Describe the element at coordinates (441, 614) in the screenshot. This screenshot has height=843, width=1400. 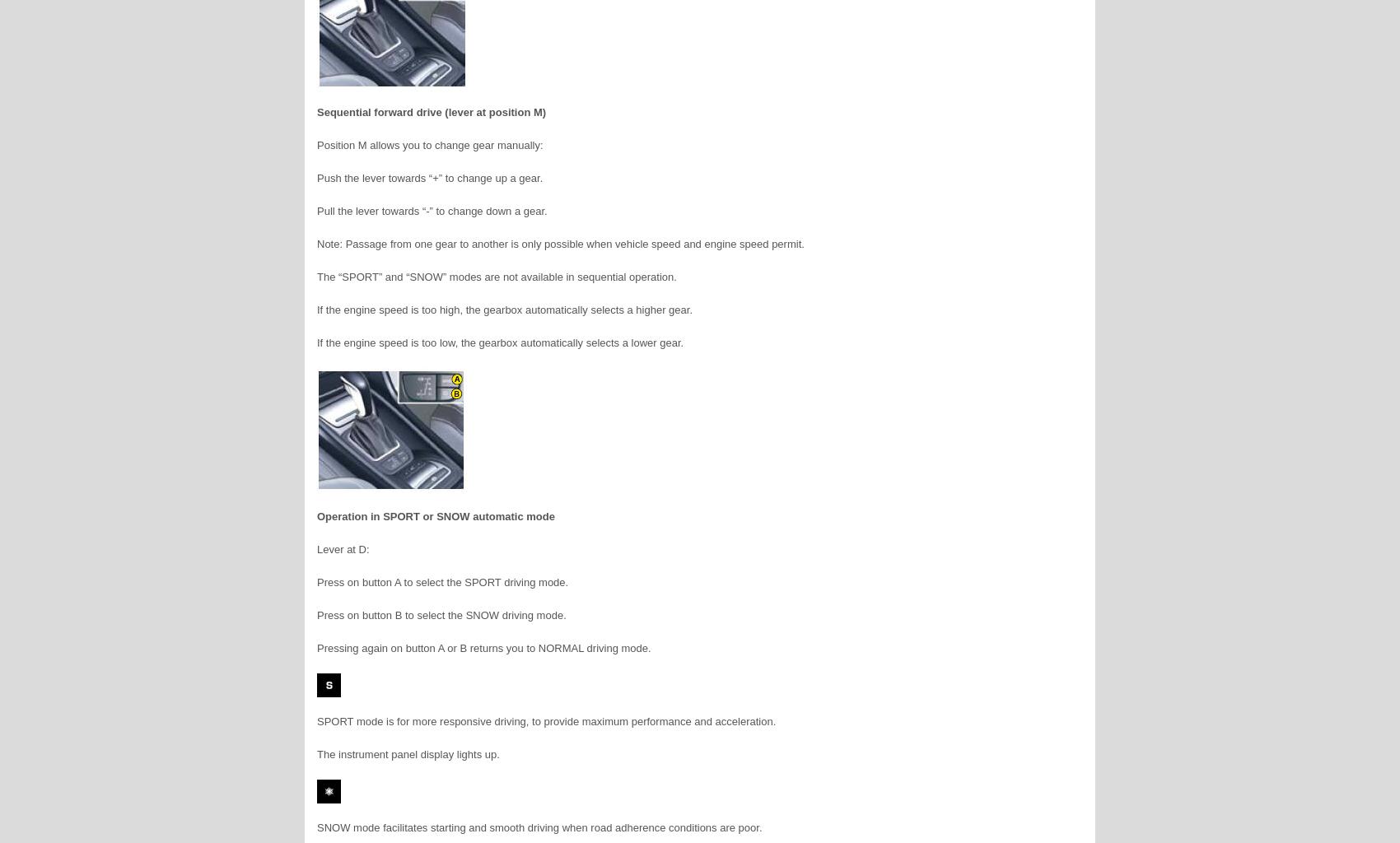
I see `'Press on button B to select the SNOW driving mode.'` at that location.